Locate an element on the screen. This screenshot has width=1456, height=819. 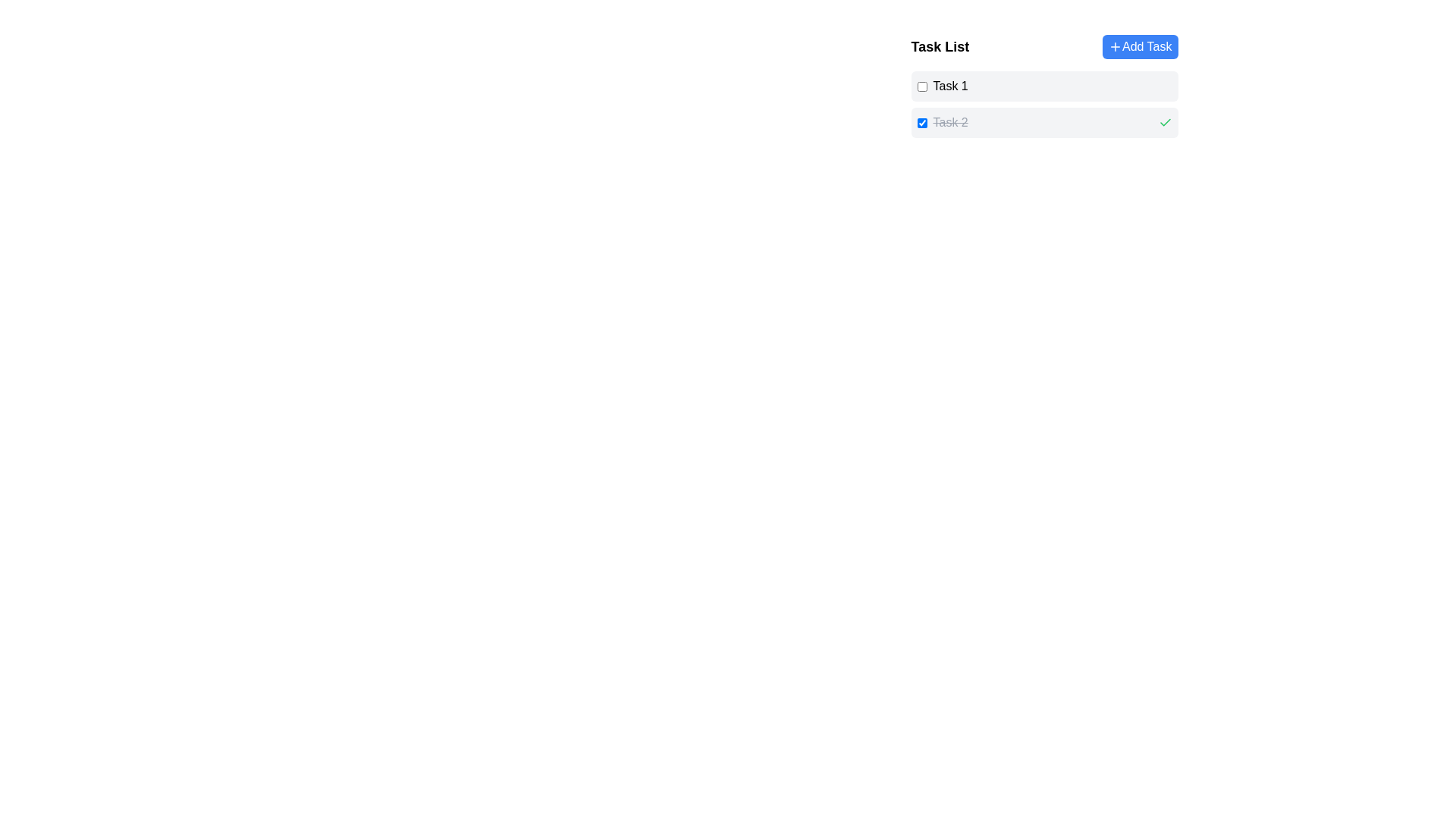
on the text label displaying 'Task 1', which is located adjacent is located at coordinates (942, 86).